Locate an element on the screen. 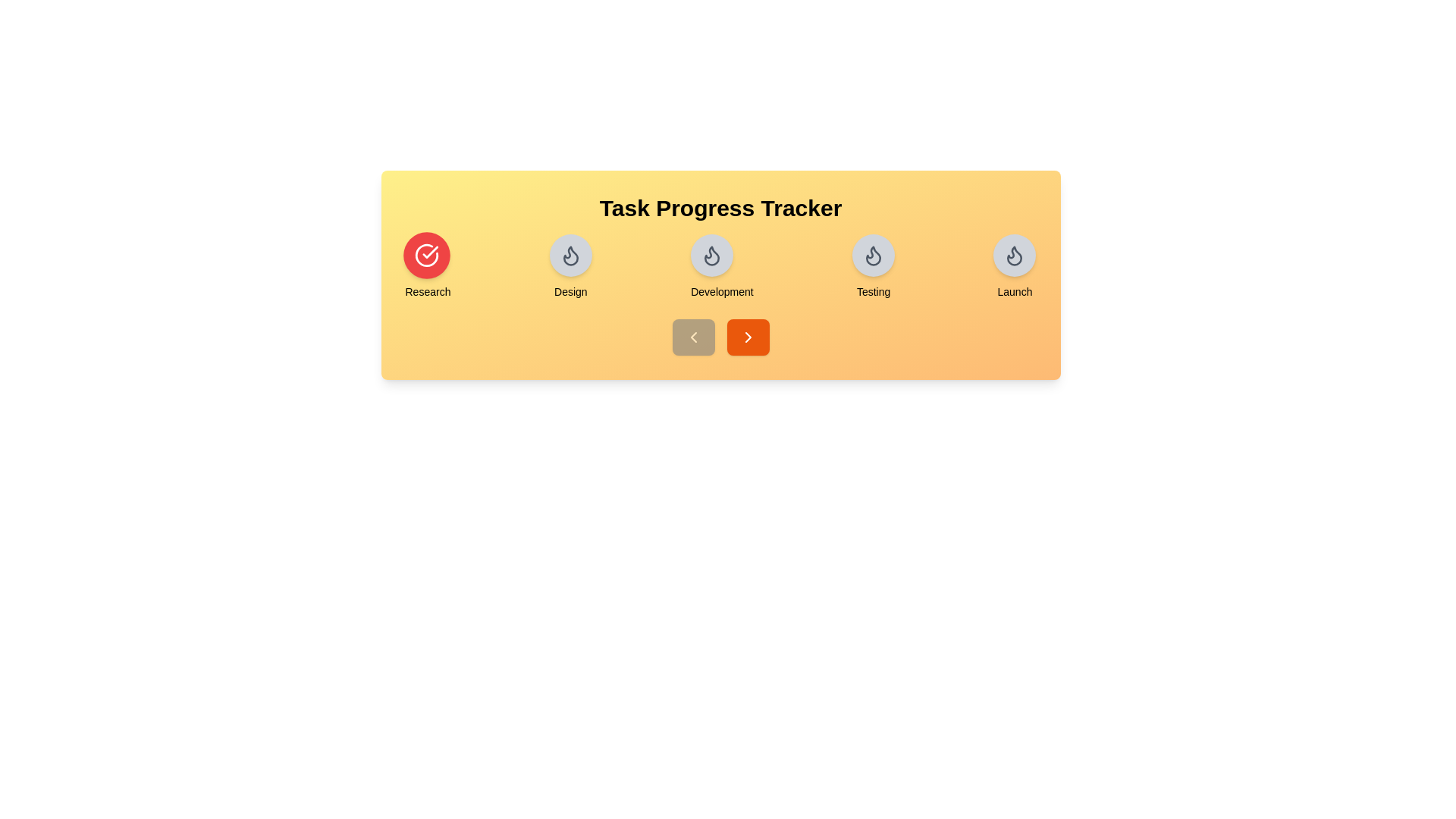 The height and width of the screenshot is (819, 1456). the 'Design' text label in the task progress tracker interface, which is styled in a small sans-serif font and is the second item among five stages is located at coordinates (570, 292).